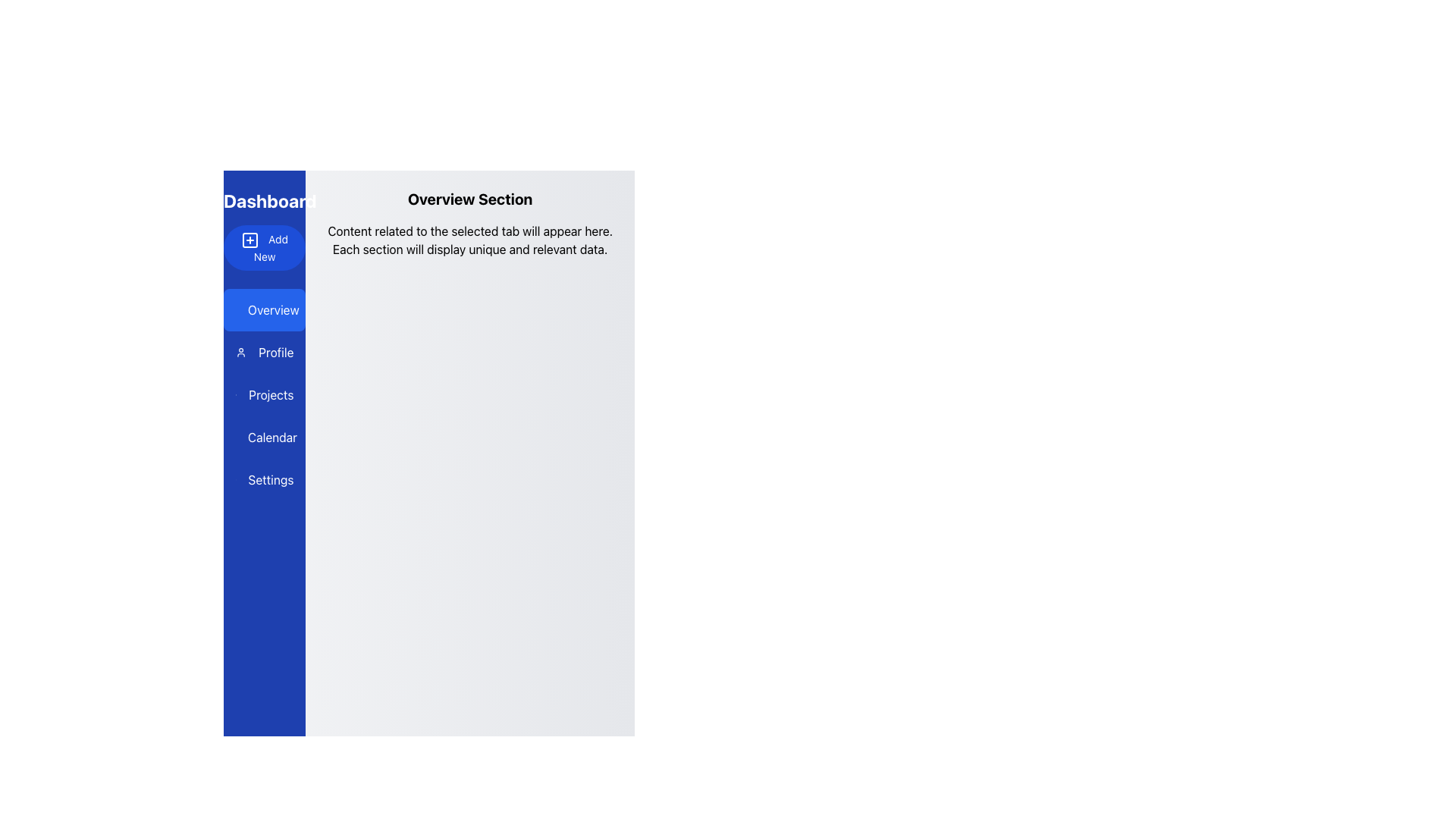  What do you see at coordinates (265, 394) in the screenshot?
I see `the 'Projects' navigation item located in the side navigation bar, which is the third item in the list between 'Profile' and 'Calendar'` at bounding box center [265, 394].